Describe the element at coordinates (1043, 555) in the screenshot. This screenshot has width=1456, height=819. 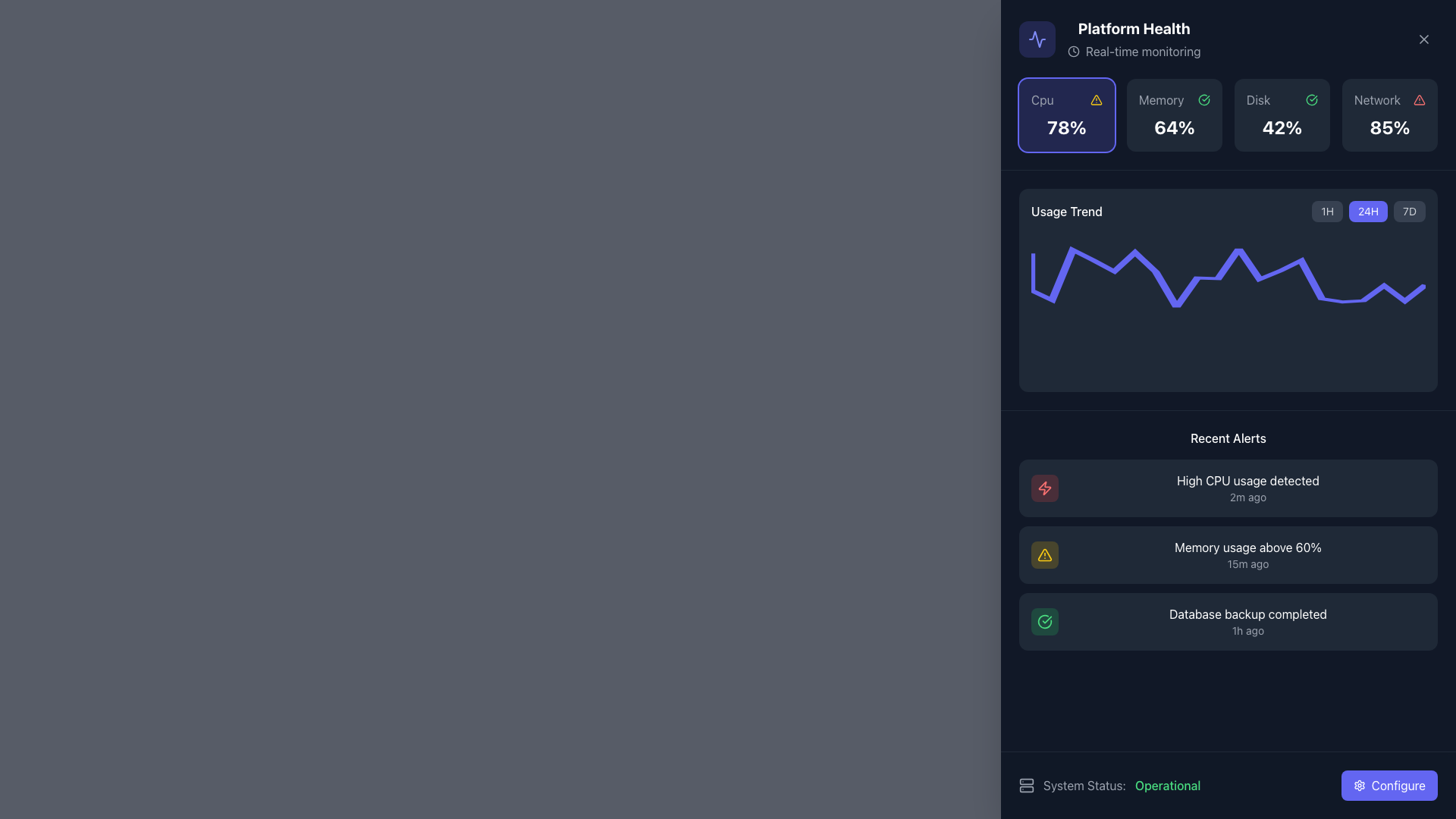
I see `the cautionary warning icon indicating 'Memory usage above 60% 15m ago' located in the second item of the 'Recent Alerts' list in the right panel` at that location.